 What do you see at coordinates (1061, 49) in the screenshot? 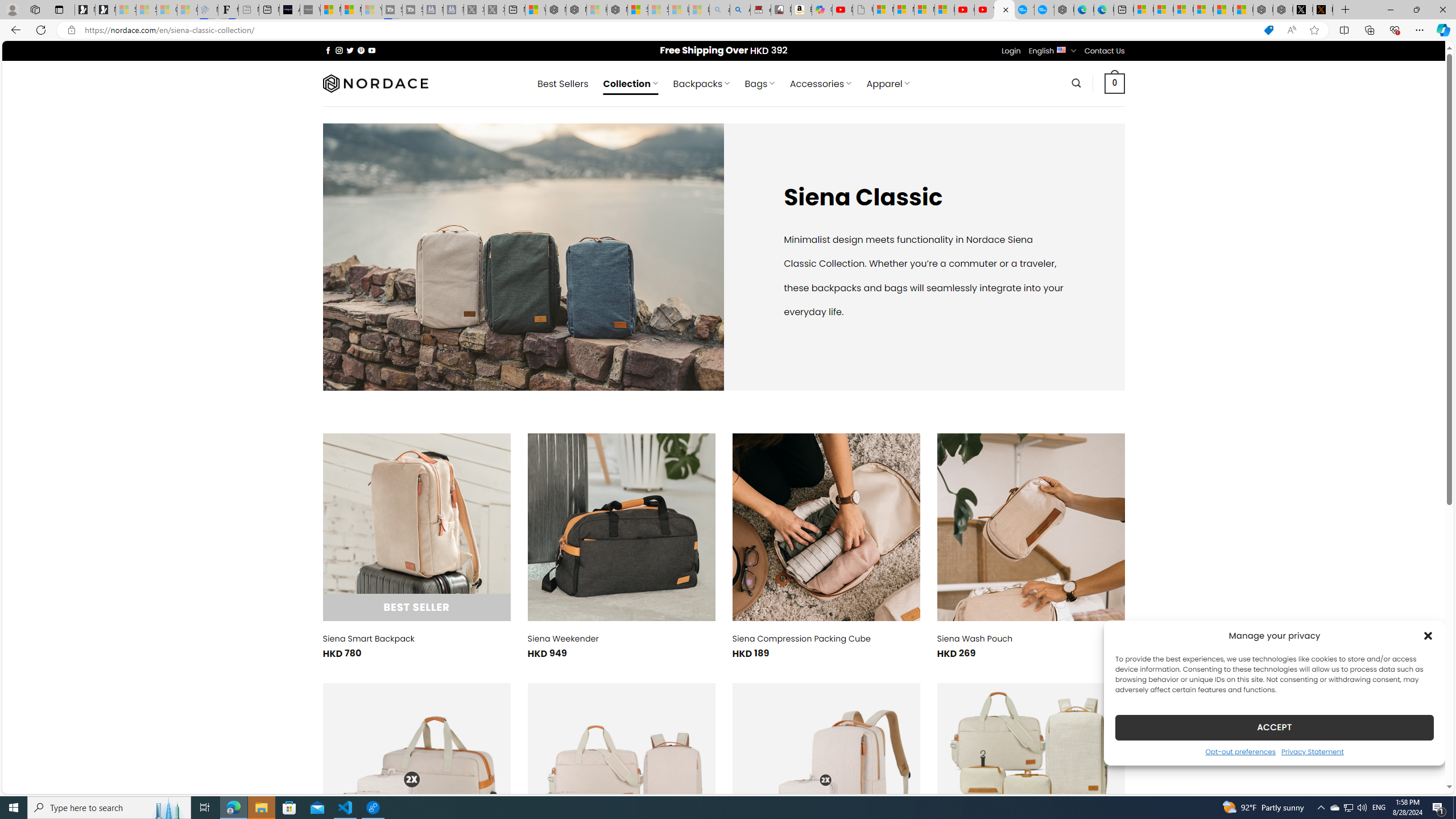
I see `'English'` at bounding box center [1061, 49].